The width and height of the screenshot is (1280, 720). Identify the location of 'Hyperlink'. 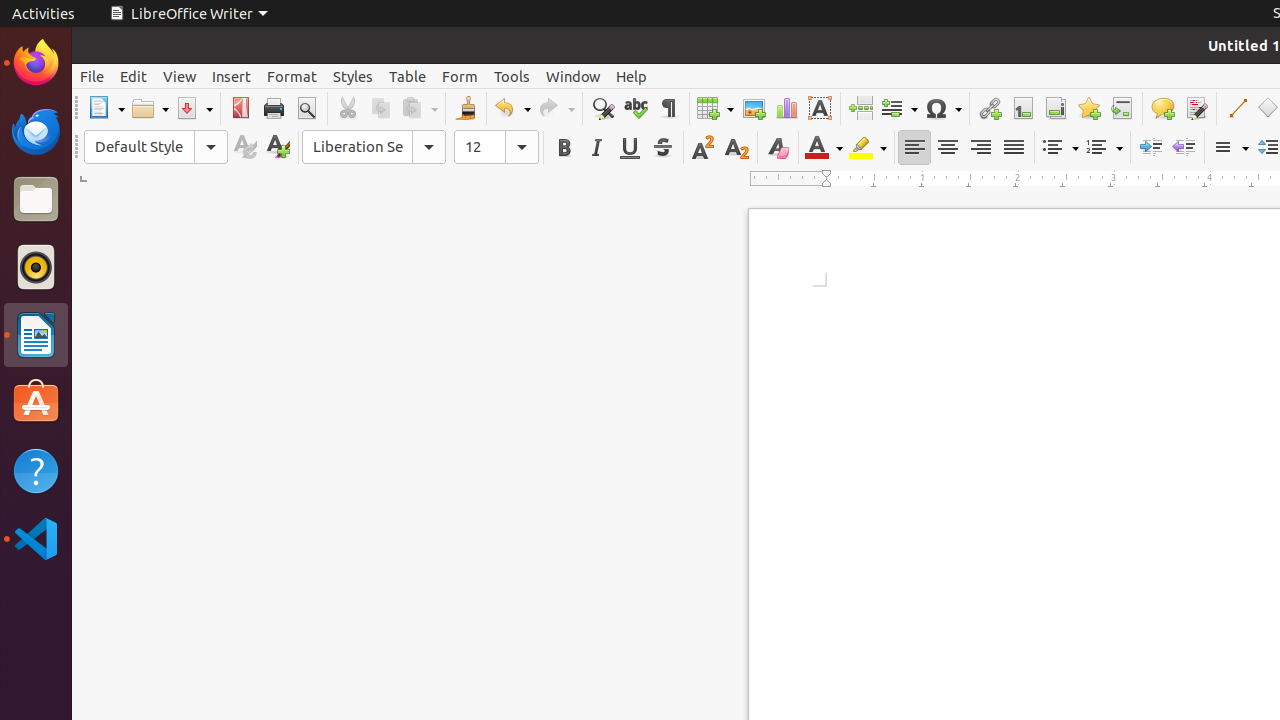
(989, 108).